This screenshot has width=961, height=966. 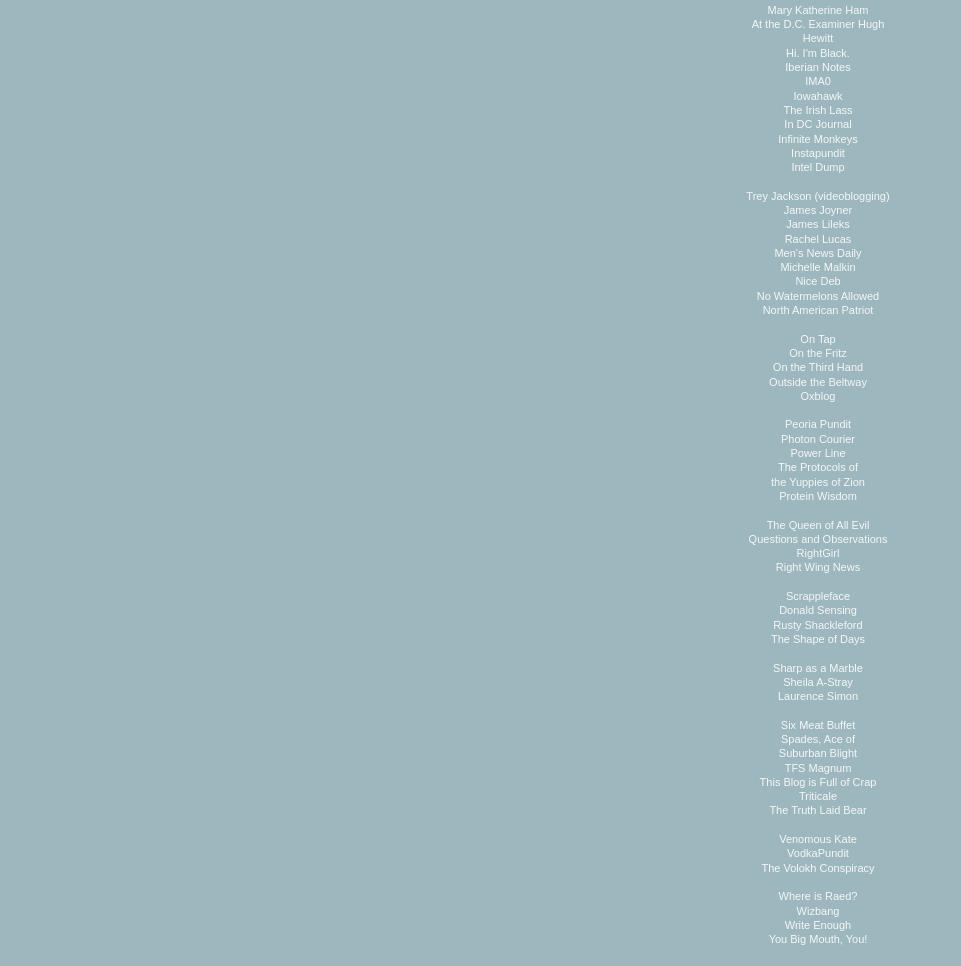 What do you see at coordinates (794, 908) in the screenshot?
I see `'Wizbang'` at bounding box center [794, 908].